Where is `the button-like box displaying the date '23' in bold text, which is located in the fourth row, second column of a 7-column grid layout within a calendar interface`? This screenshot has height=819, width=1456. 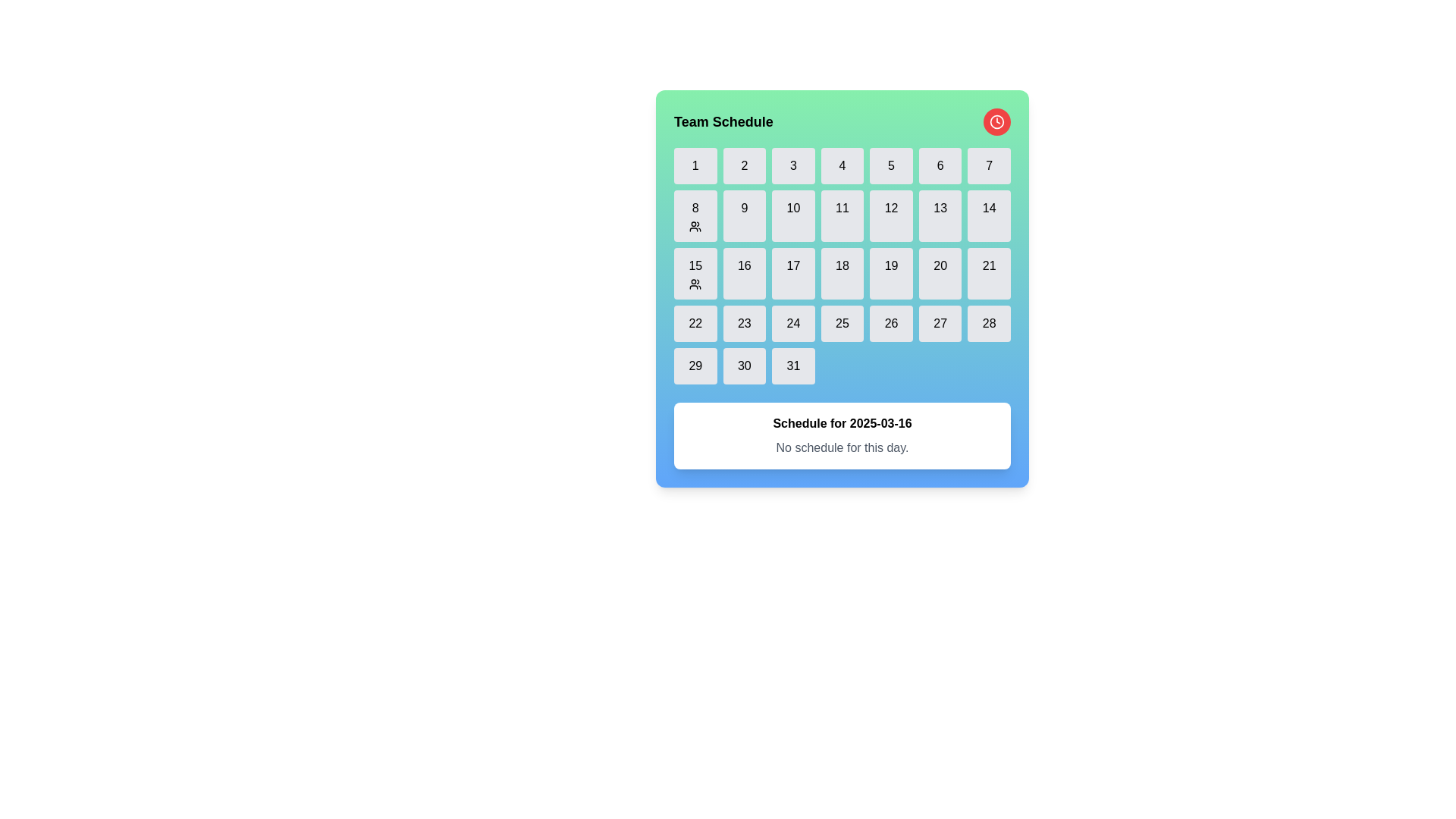
the button-like box displaying the date '23' in bold text, which is located in the fourth row, second column of a 7-column grid layout within a calendar interface is located at coordinates (744, 323).